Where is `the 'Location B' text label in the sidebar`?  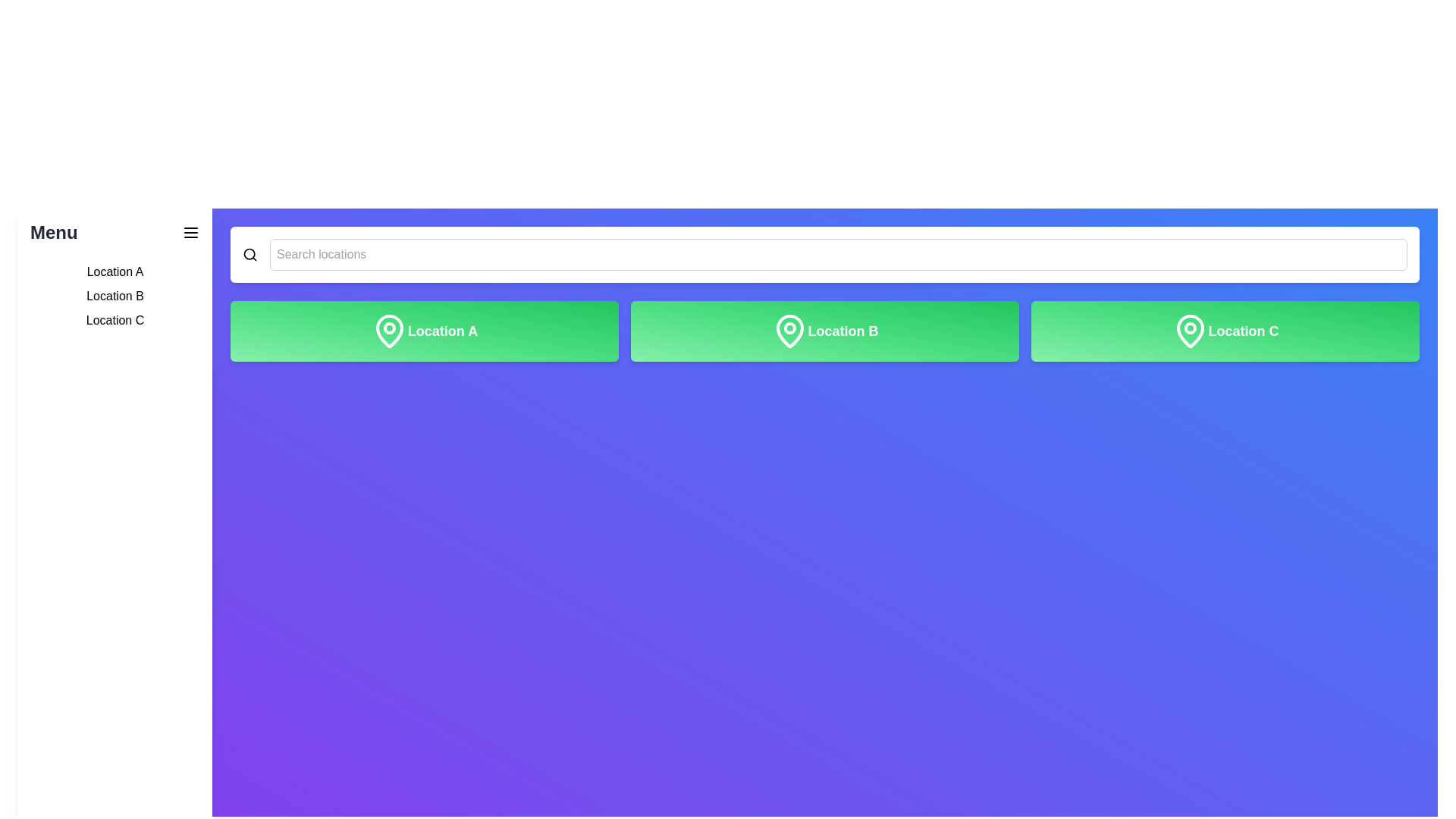
the 'Location B' text label in the sidebar is located at coordinates (115, 296).